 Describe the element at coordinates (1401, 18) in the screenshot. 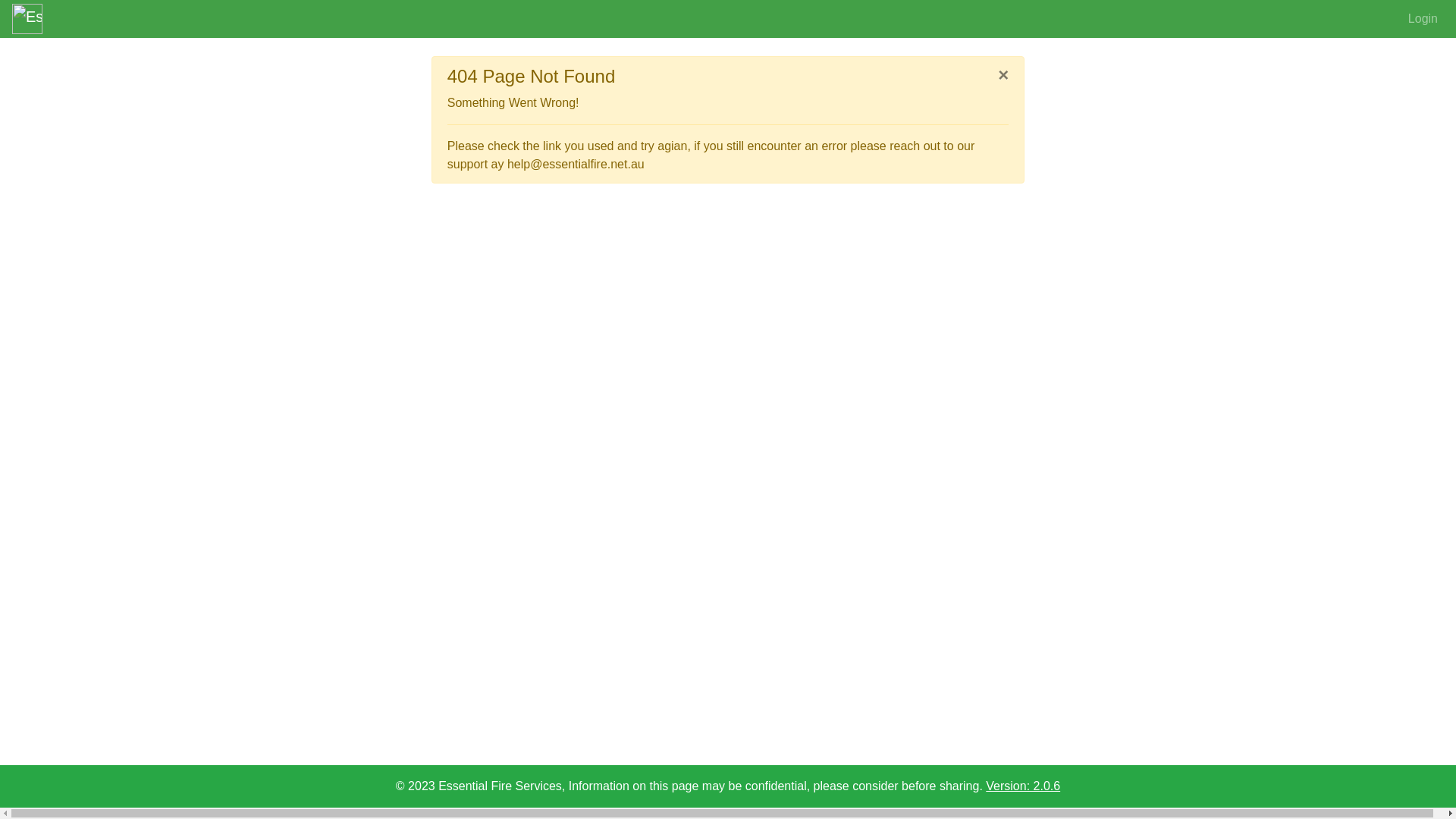

I see `'Login'` at that location.